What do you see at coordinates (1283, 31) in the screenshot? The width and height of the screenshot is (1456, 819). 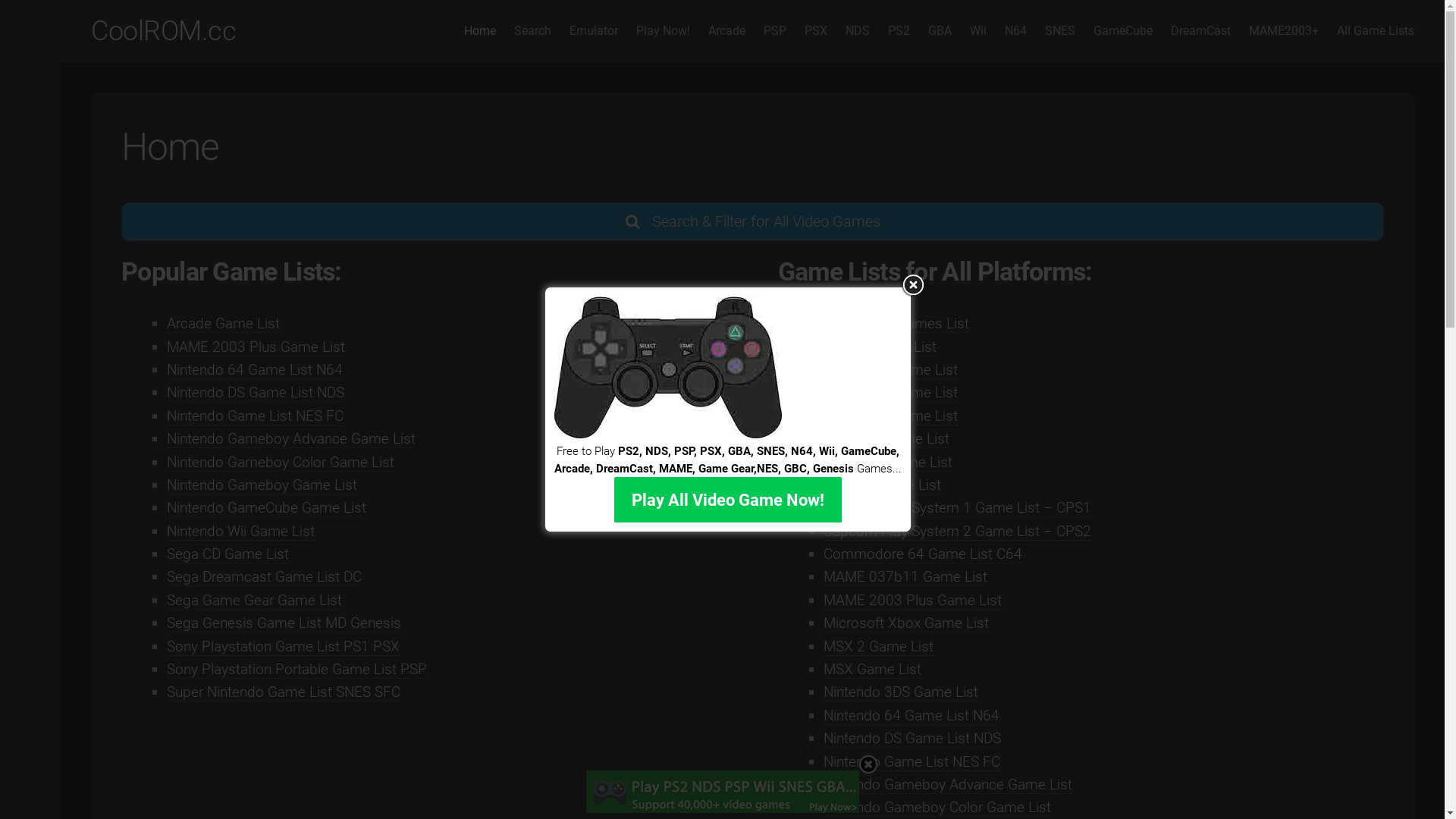 I see `'MAME2003+'` at bounding box center [1283, 31].